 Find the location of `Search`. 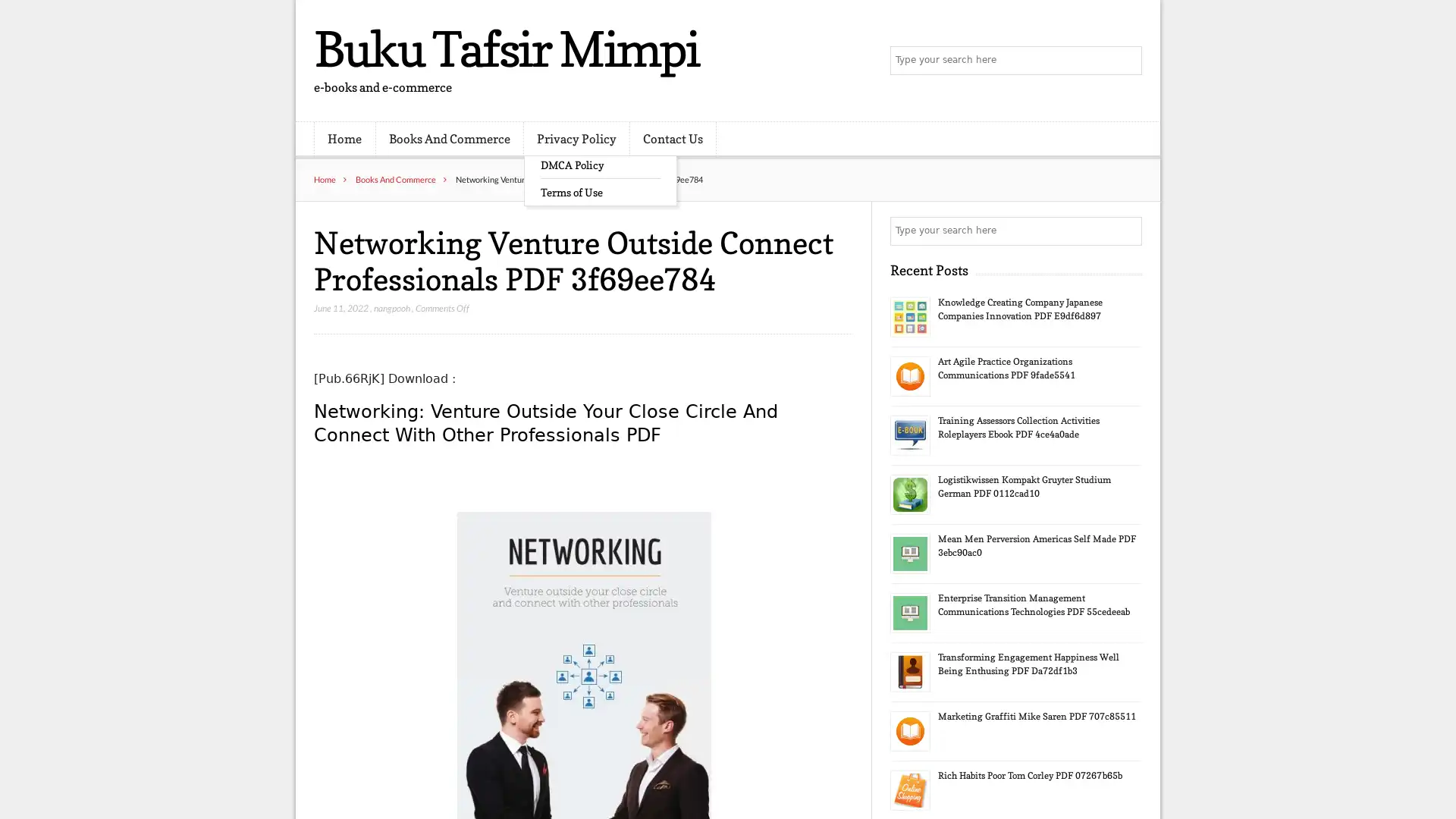

Search is located at coordinates (1126, 231).